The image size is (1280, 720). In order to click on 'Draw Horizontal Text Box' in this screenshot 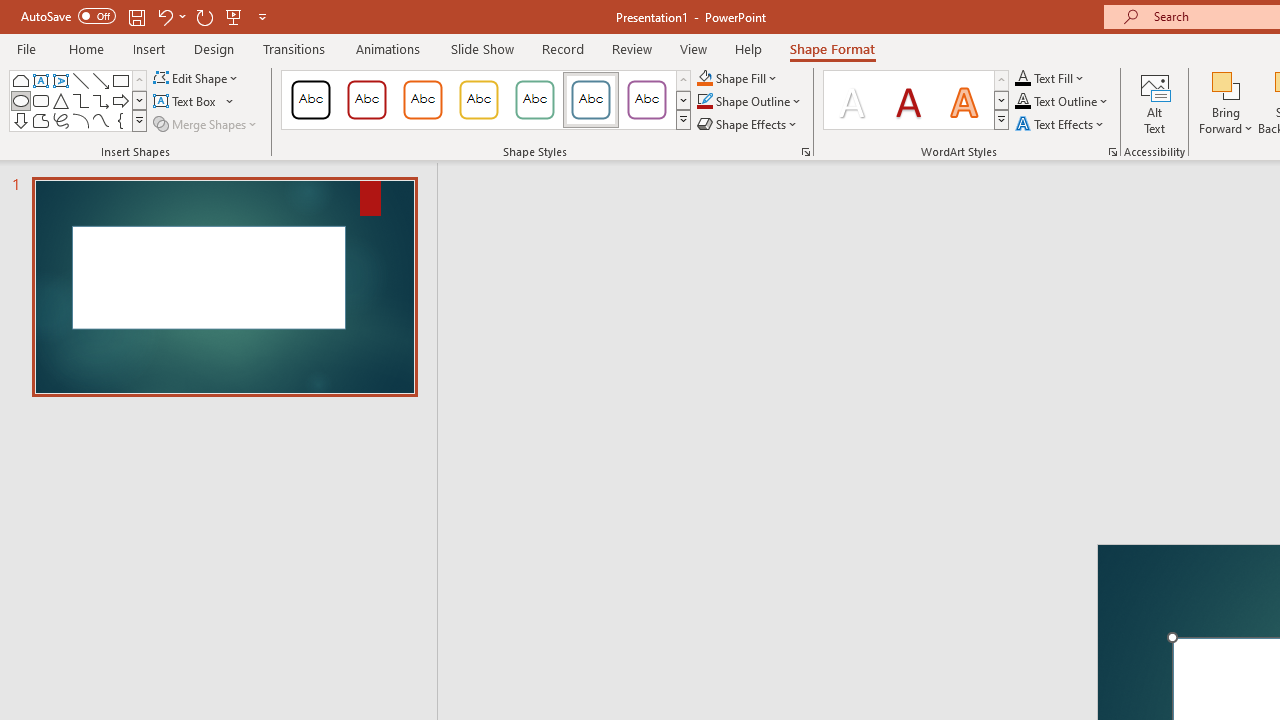, I will do `click(186, 101)`.